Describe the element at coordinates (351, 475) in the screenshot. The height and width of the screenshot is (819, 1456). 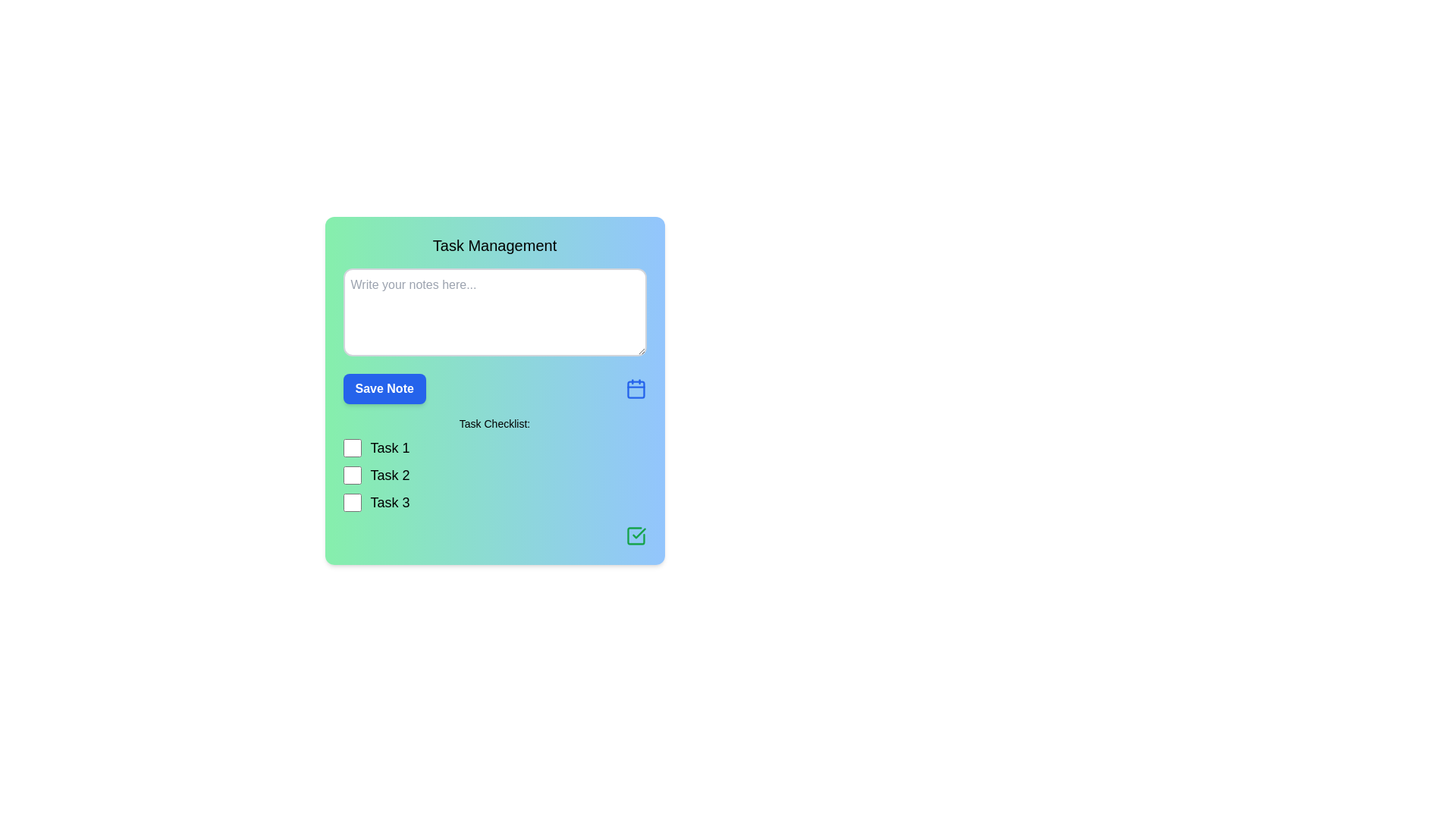
I see `the checkbox for 'Task 2' in the task checklist to mark or unmark the item` at that location.